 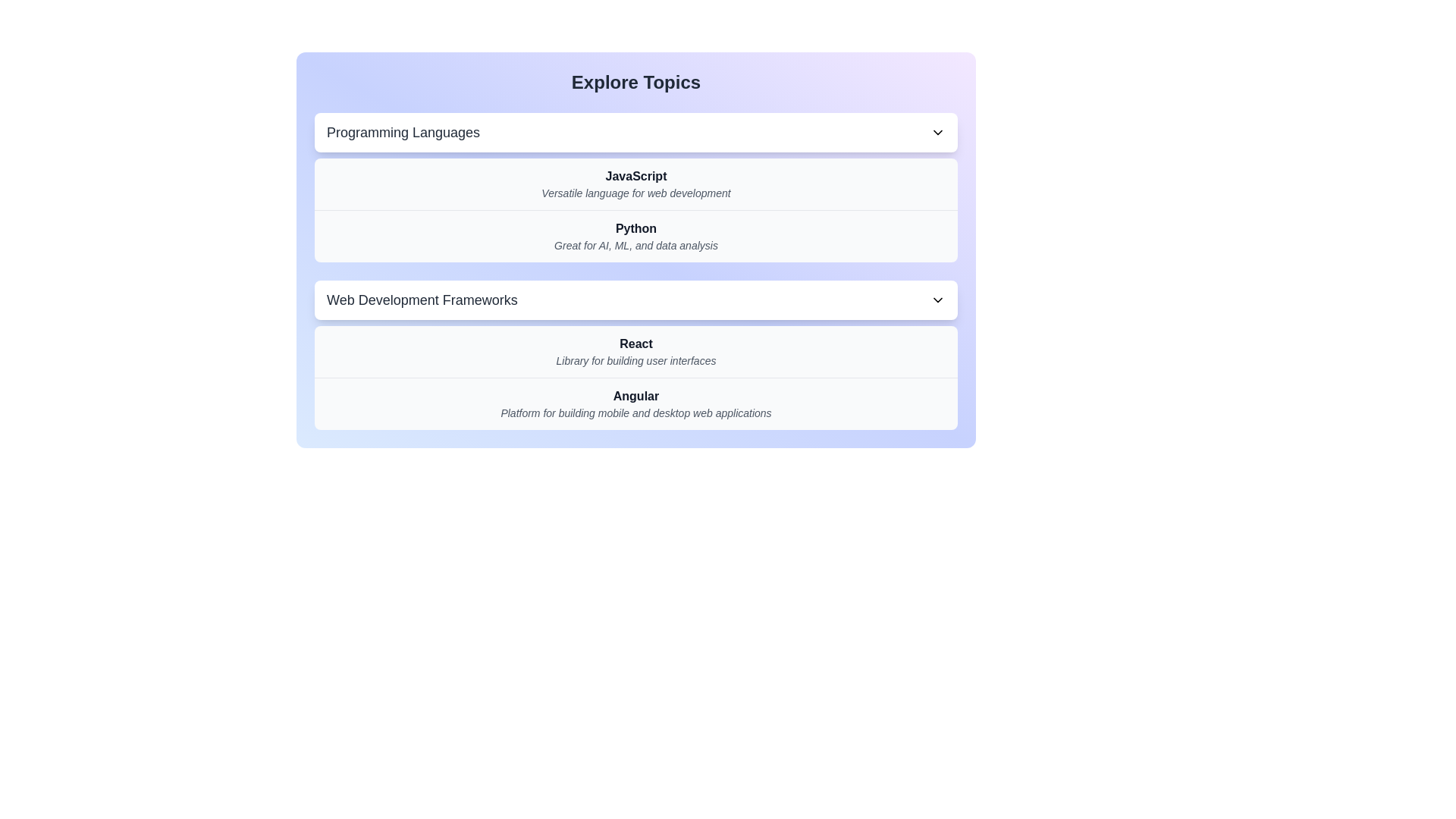 I want to click on the text element displaying 'React', which is styled with bold and italic formatting, so click(x=636, y=351).